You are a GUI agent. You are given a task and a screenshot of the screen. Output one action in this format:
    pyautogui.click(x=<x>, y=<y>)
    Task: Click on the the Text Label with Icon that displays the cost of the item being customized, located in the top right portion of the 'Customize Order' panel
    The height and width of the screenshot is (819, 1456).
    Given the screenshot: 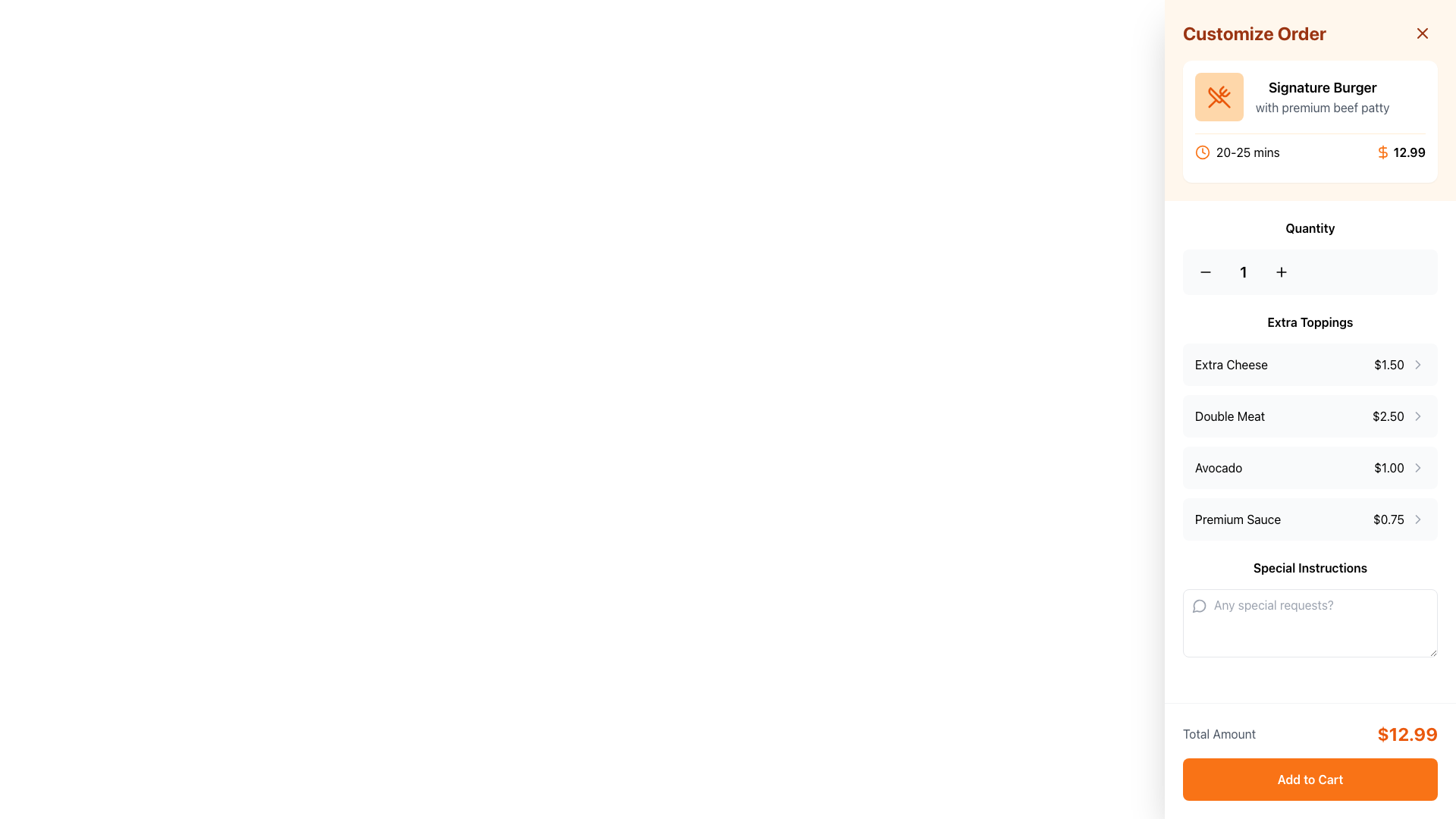 What is the action you would take?
    pyautogui.click(x=1399, y=152)
    